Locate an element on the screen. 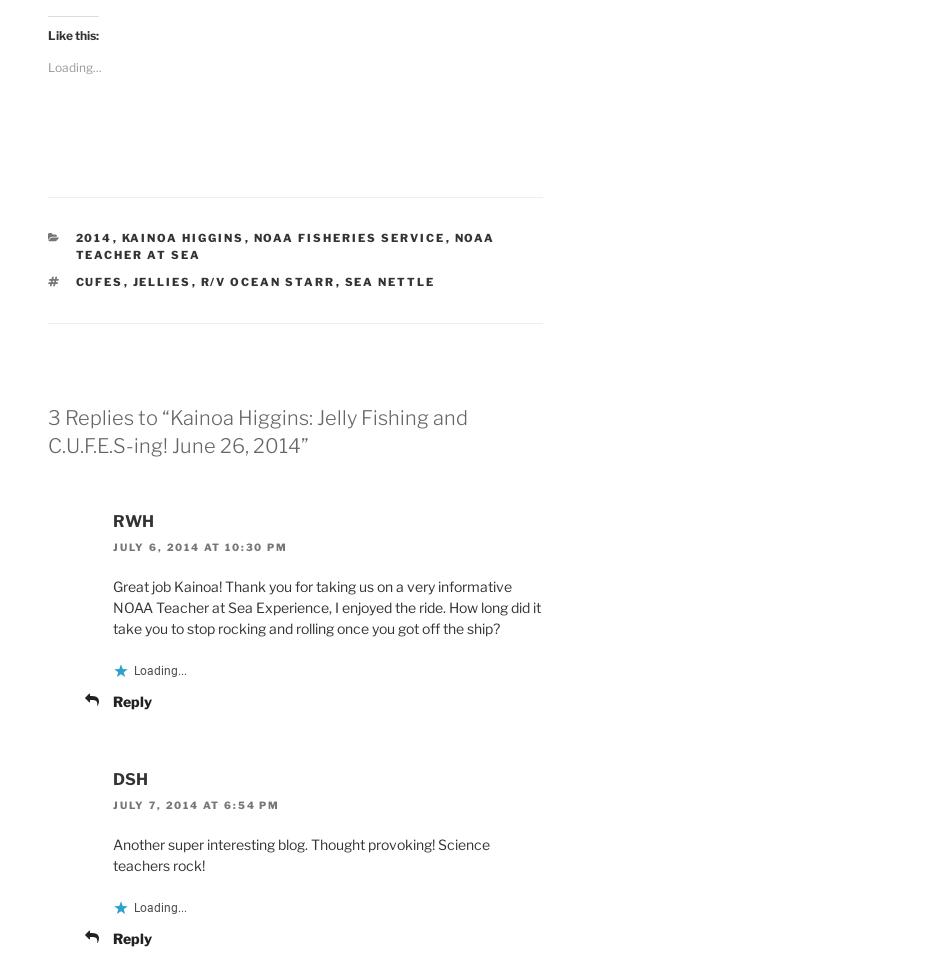  'July 7, 2014 at 6:54 pm' is located at coordinates (195, 804).